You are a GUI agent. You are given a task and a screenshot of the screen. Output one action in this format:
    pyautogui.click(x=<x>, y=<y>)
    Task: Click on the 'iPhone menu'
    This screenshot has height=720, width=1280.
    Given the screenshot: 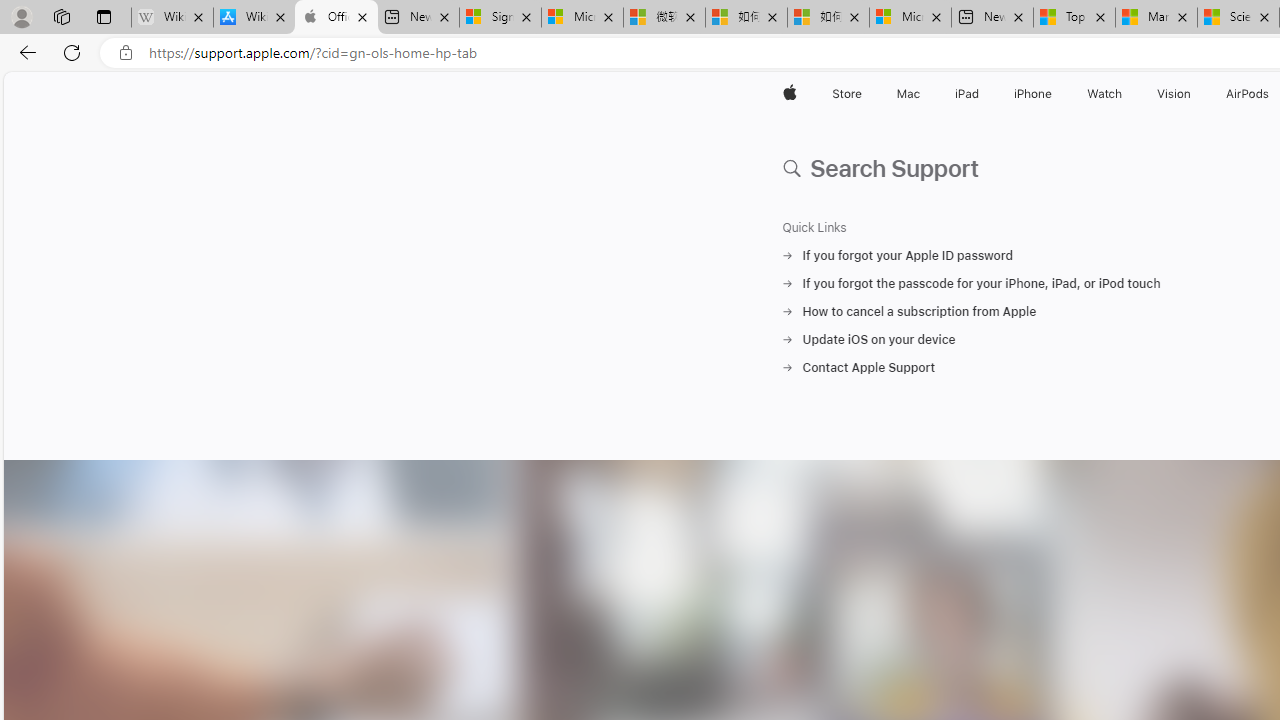 What is the action you would take?
    pyautogui.click(x=1055, y=93)
    